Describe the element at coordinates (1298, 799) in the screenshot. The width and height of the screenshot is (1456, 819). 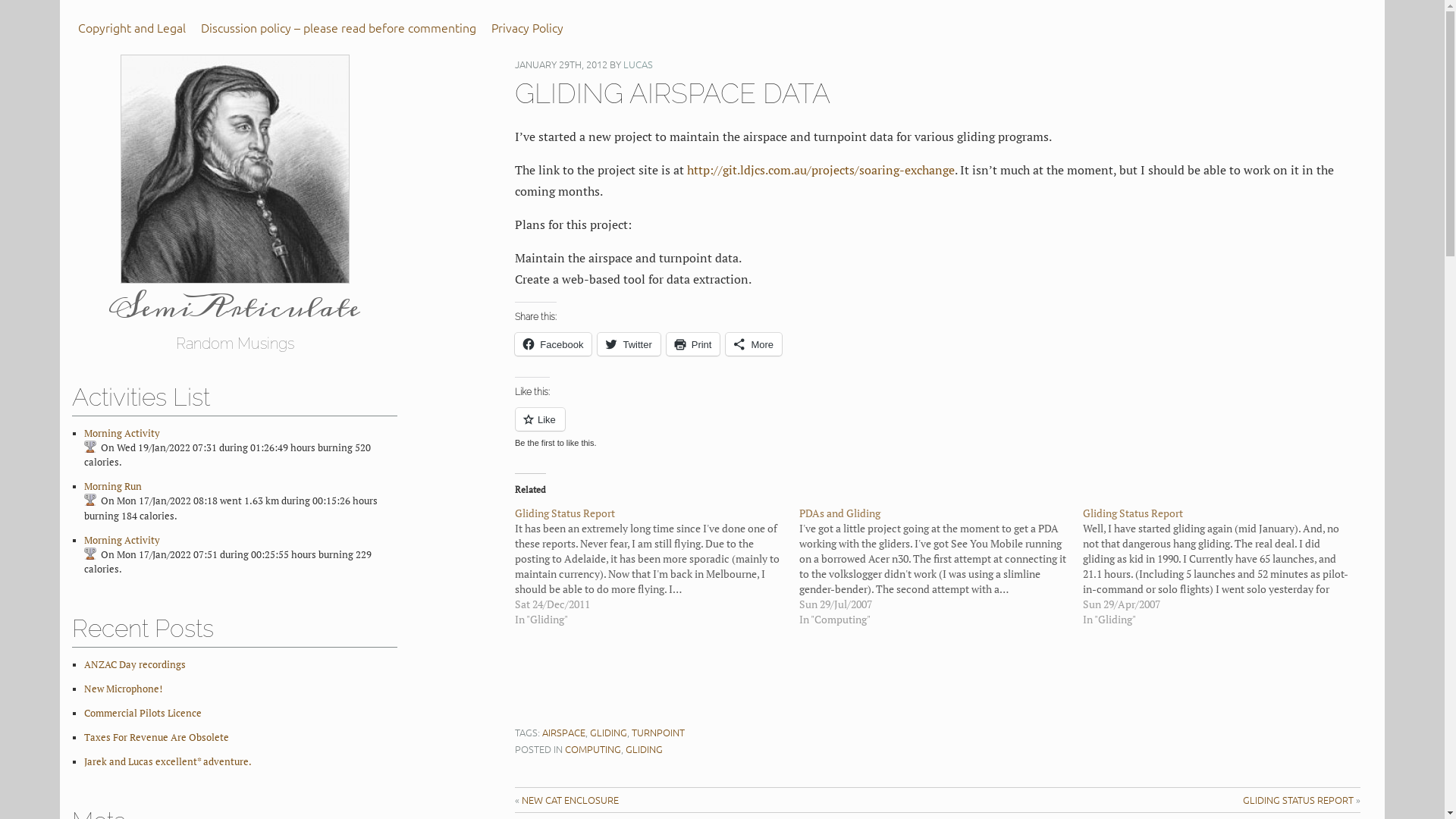
I see `'GLIDING STATUS REPORT'` at that location.